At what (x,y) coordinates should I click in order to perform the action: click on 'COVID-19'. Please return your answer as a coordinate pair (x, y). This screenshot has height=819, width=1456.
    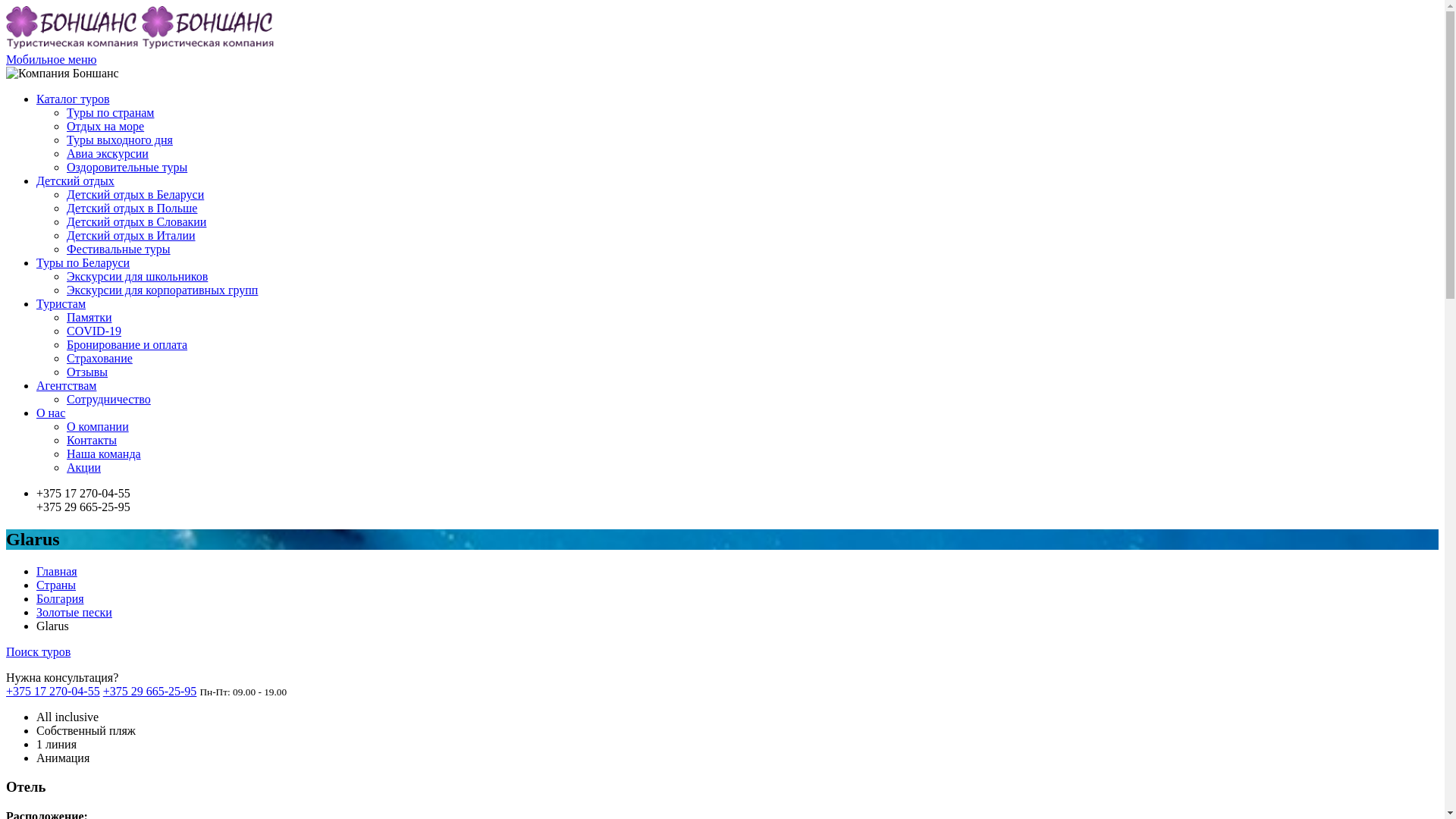
    Looking at the image, I should click on (93, 330).